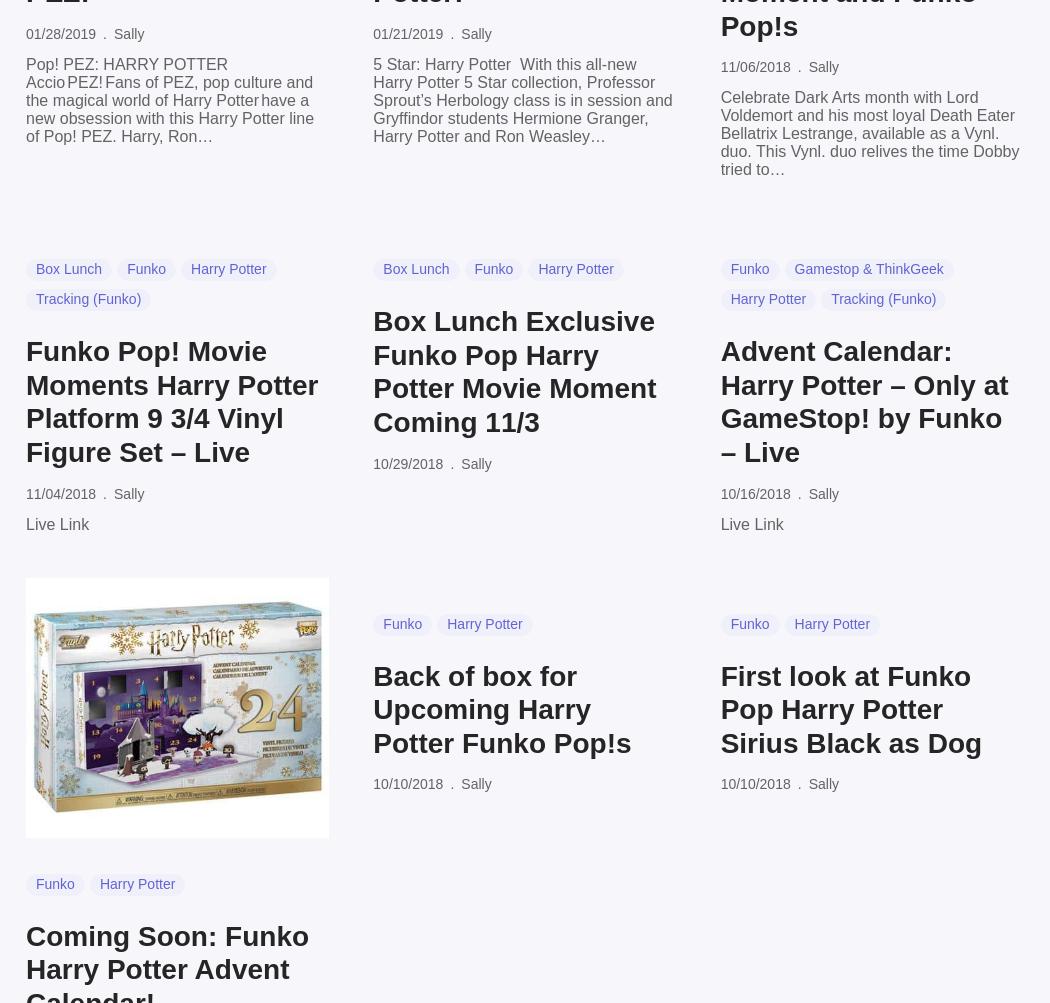 Image resolution: width=1050 pixels, height=1003 pixels. I want to click on 'Box Lunch Exclusive Funko Pop Harry Potter Movie Moment Coming 11/3', so click(513, 370).